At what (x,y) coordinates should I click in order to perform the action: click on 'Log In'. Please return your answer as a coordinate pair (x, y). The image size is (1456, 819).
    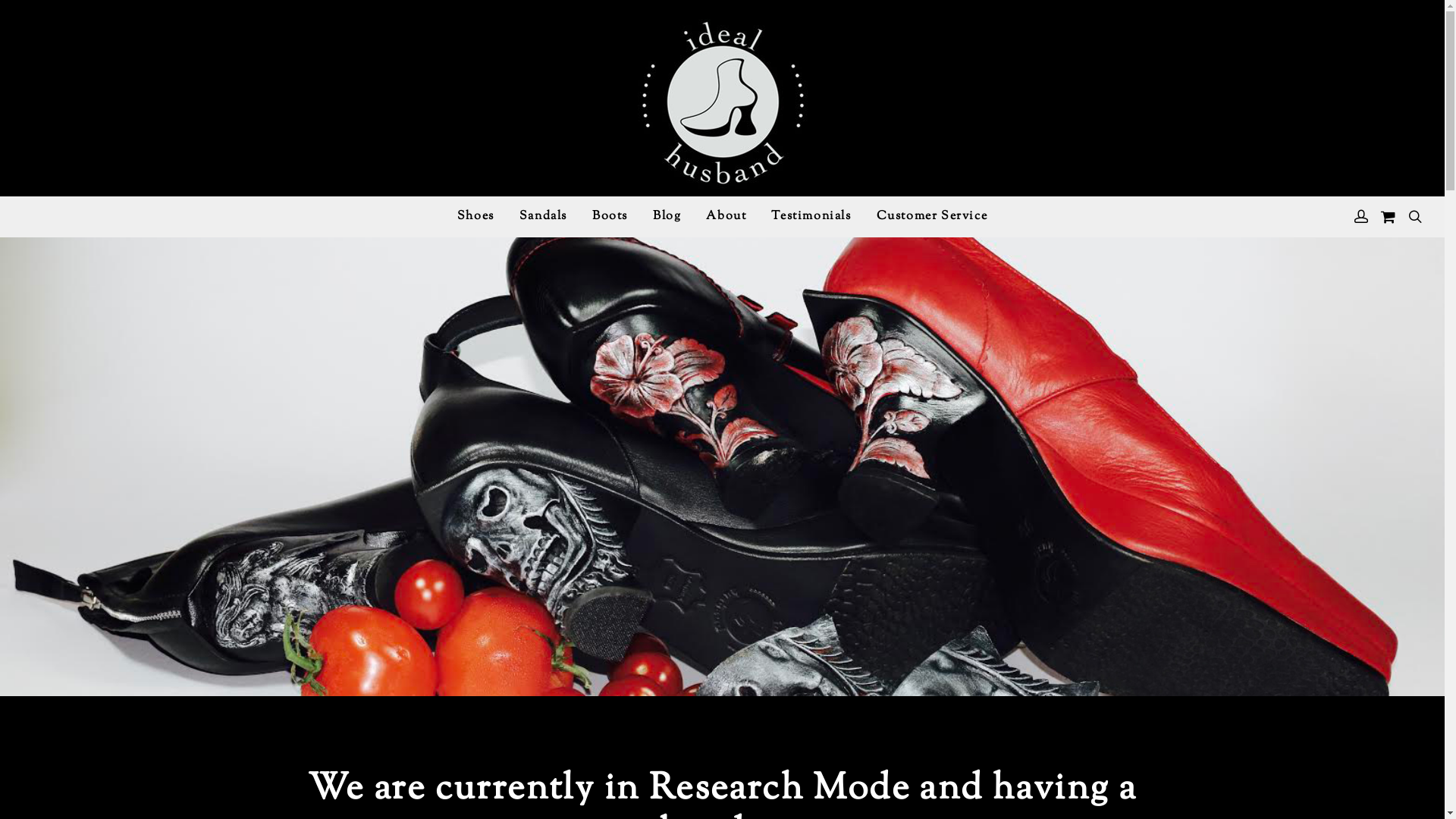
    Looking at the image, I should click on (1262, 458).